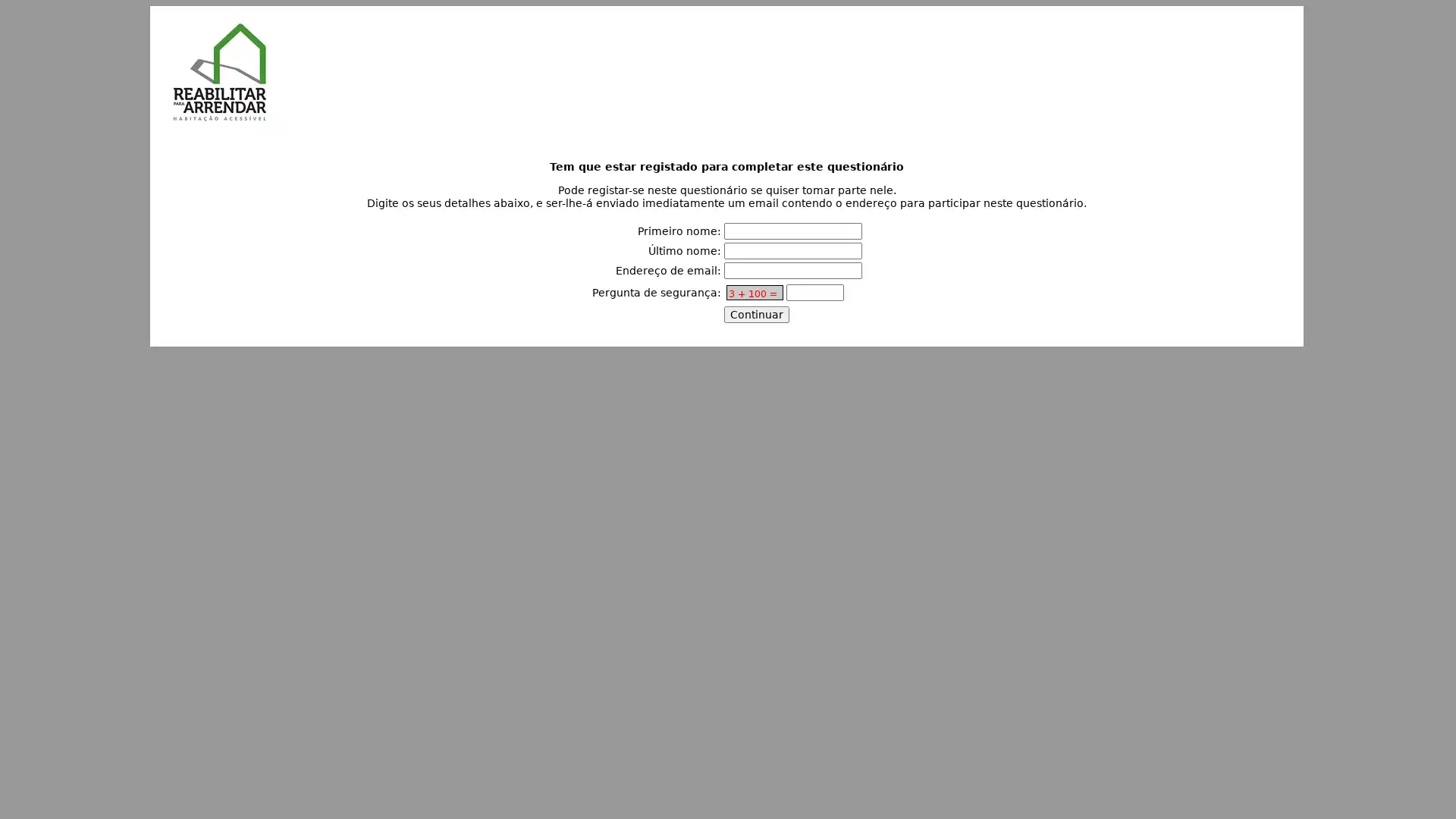  What do you see at coordinates (756, 314) in the screenshot?
I see `Continuar` at bounding box center [756, 314].